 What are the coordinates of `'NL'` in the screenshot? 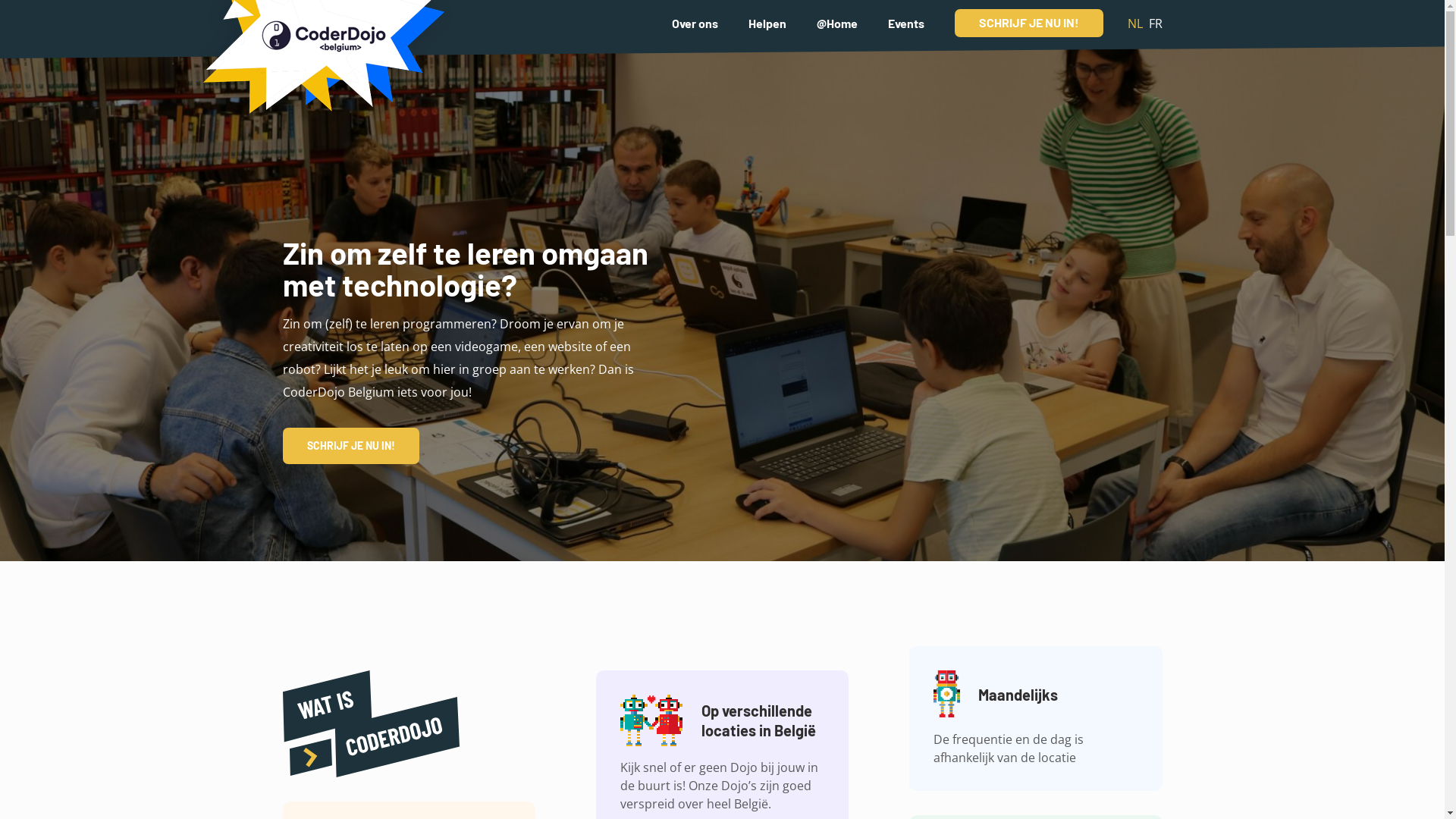 It's located at (1134, 23).